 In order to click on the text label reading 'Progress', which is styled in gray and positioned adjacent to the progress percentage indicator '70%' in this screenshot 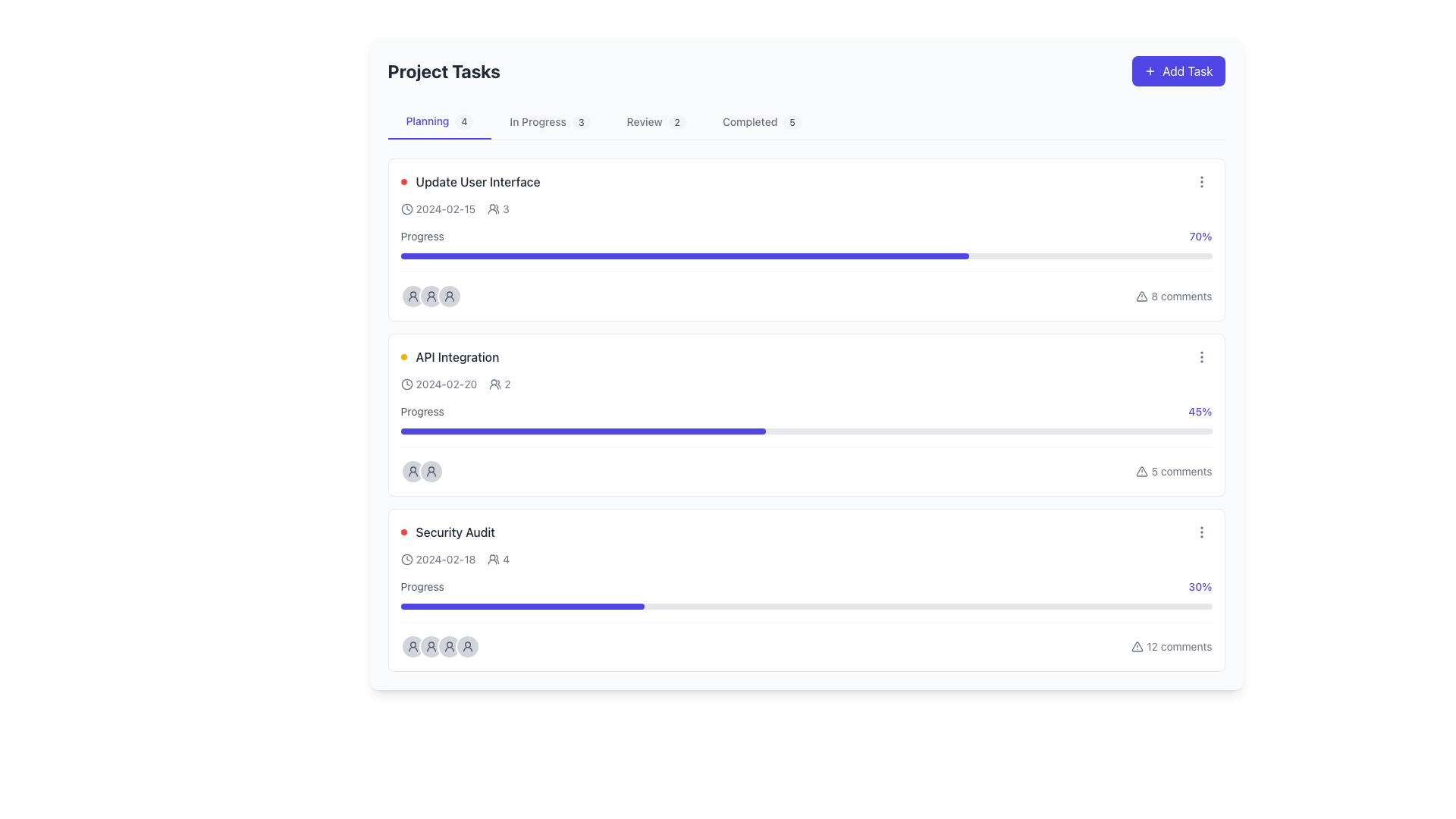, I will do `click(422, 237)`.